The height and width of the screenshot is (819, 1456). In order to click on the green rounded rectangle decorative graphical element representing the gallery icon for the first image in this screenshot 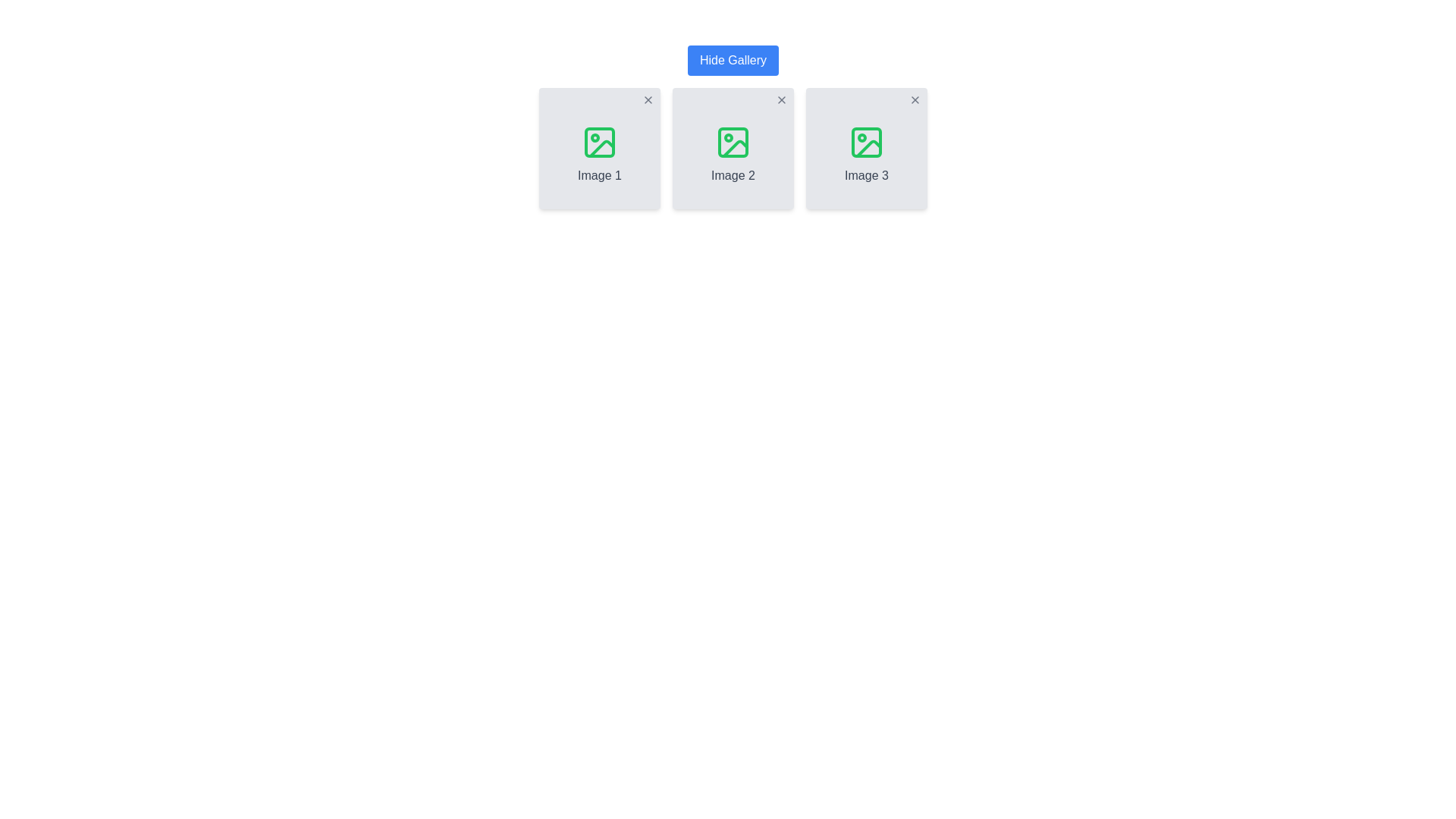, I will do `click(599, 143)`.